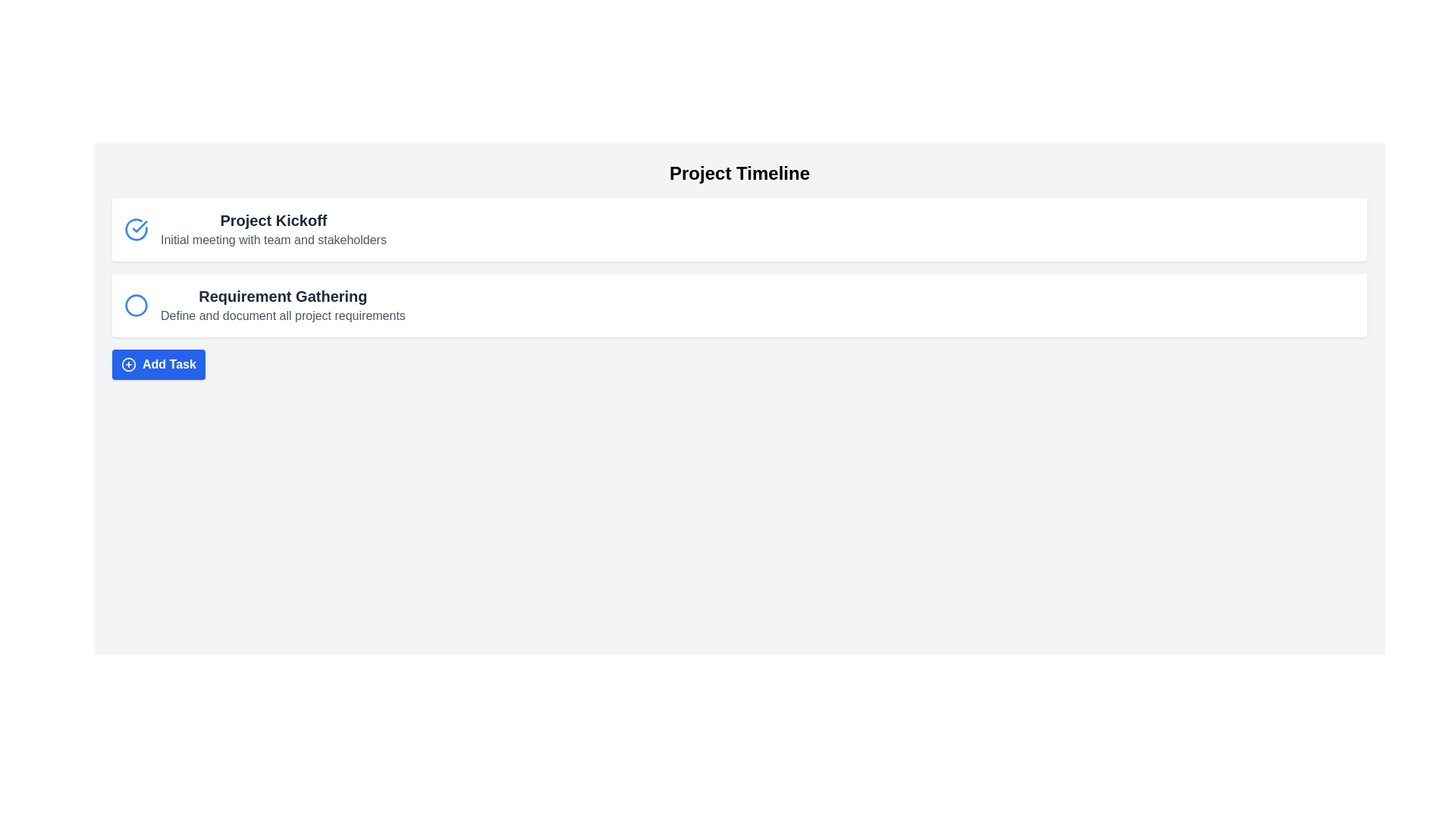 The width and height of the screenshot is (1456, 819). What do you see at coordinates (136, 305) in the screenshot?
I see `the second circular icon styled with a border, located to the left of the 'Requirement Gathering' task label` at bounding box center [136, 305].